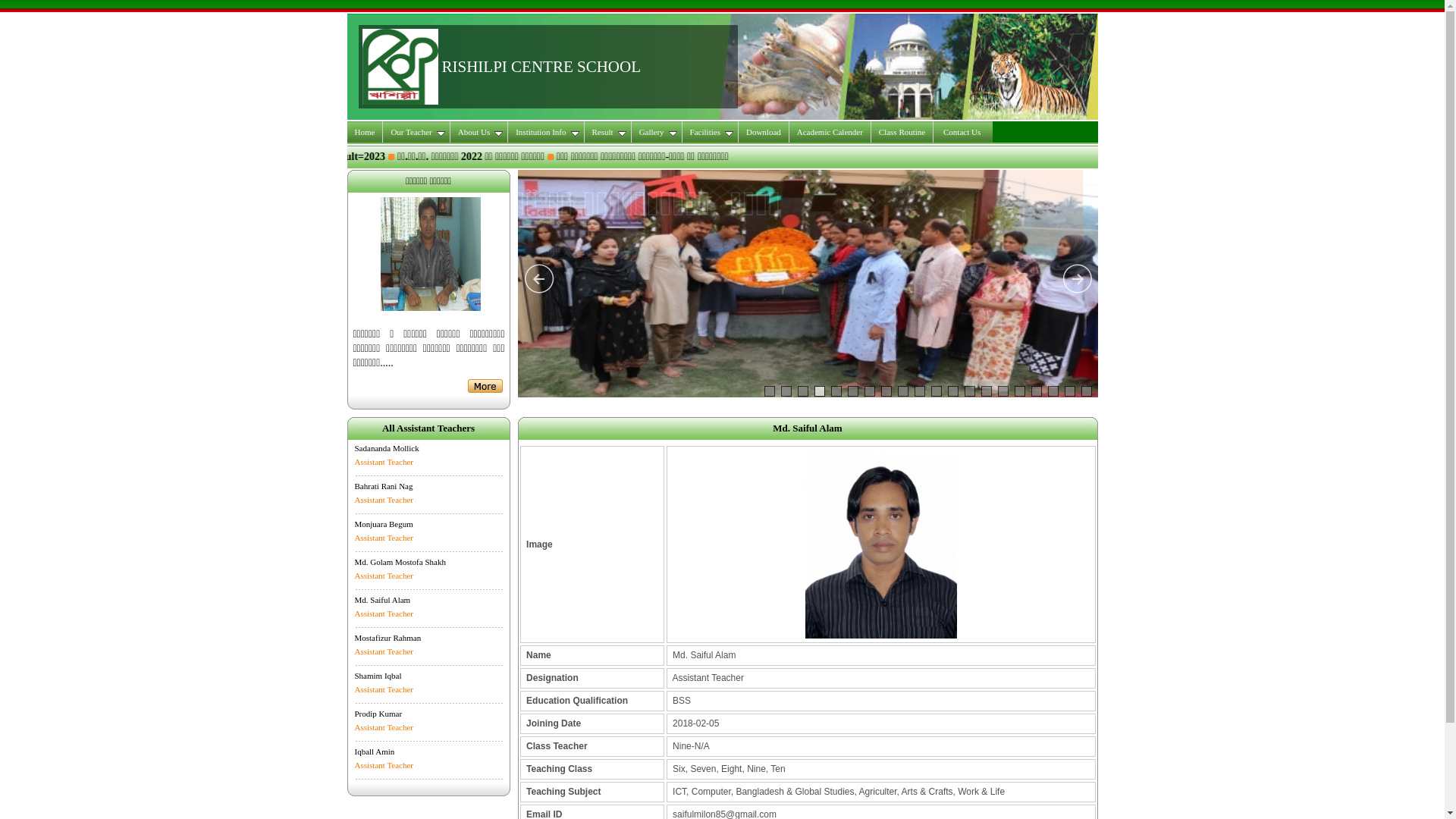  What do you see at coordinates (479, 130) in the screenshot?
I see `'About Us'` at bounding box center [479, 130].